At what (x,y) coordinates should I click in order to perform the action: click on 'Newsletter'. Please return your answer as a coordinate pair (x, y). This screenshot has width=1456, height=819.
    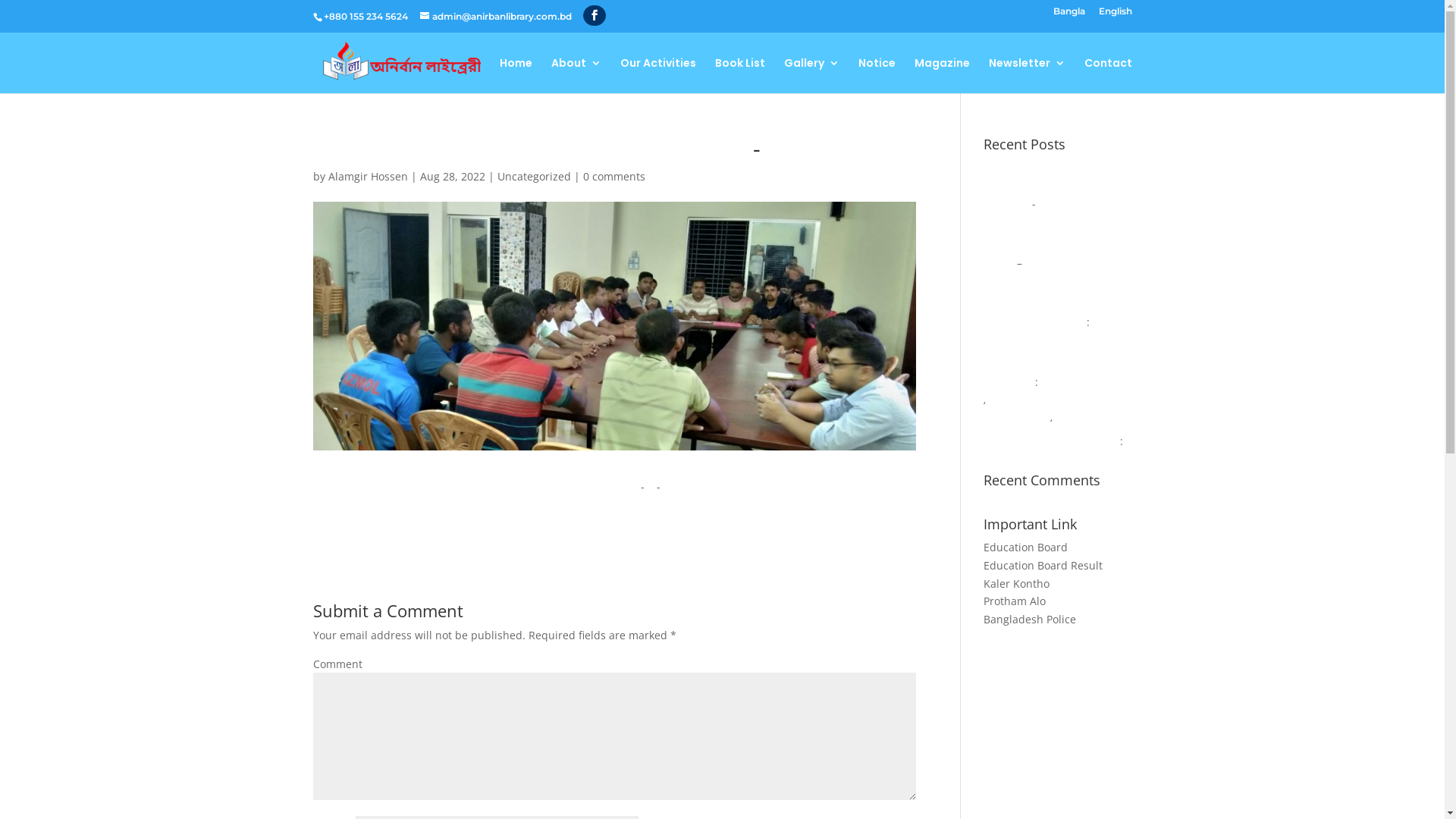
    Looking at the image, I should click on (989, 75).